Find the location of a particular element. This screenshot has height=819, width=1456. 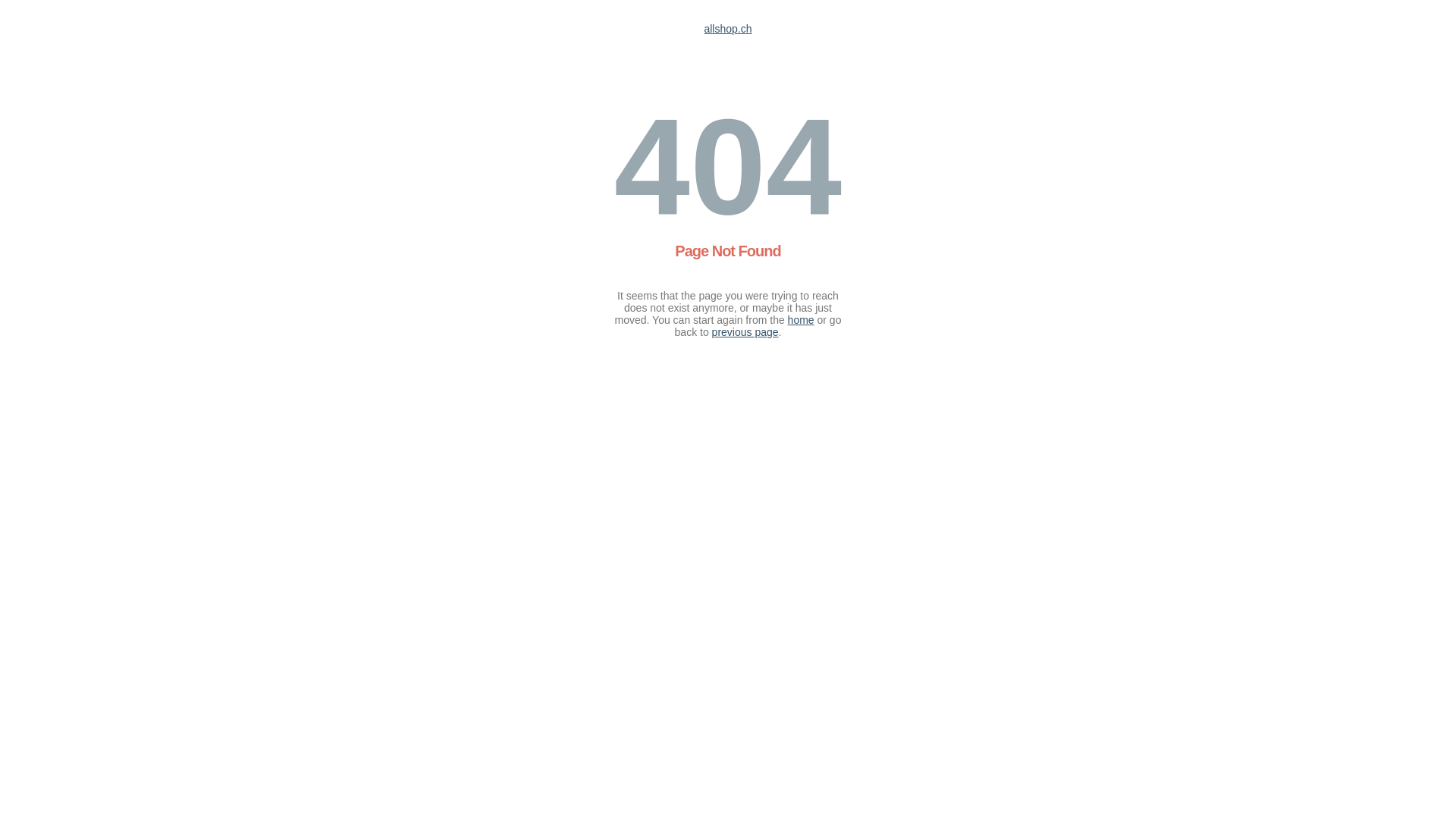

'home' is located at coordinates (800, 318).